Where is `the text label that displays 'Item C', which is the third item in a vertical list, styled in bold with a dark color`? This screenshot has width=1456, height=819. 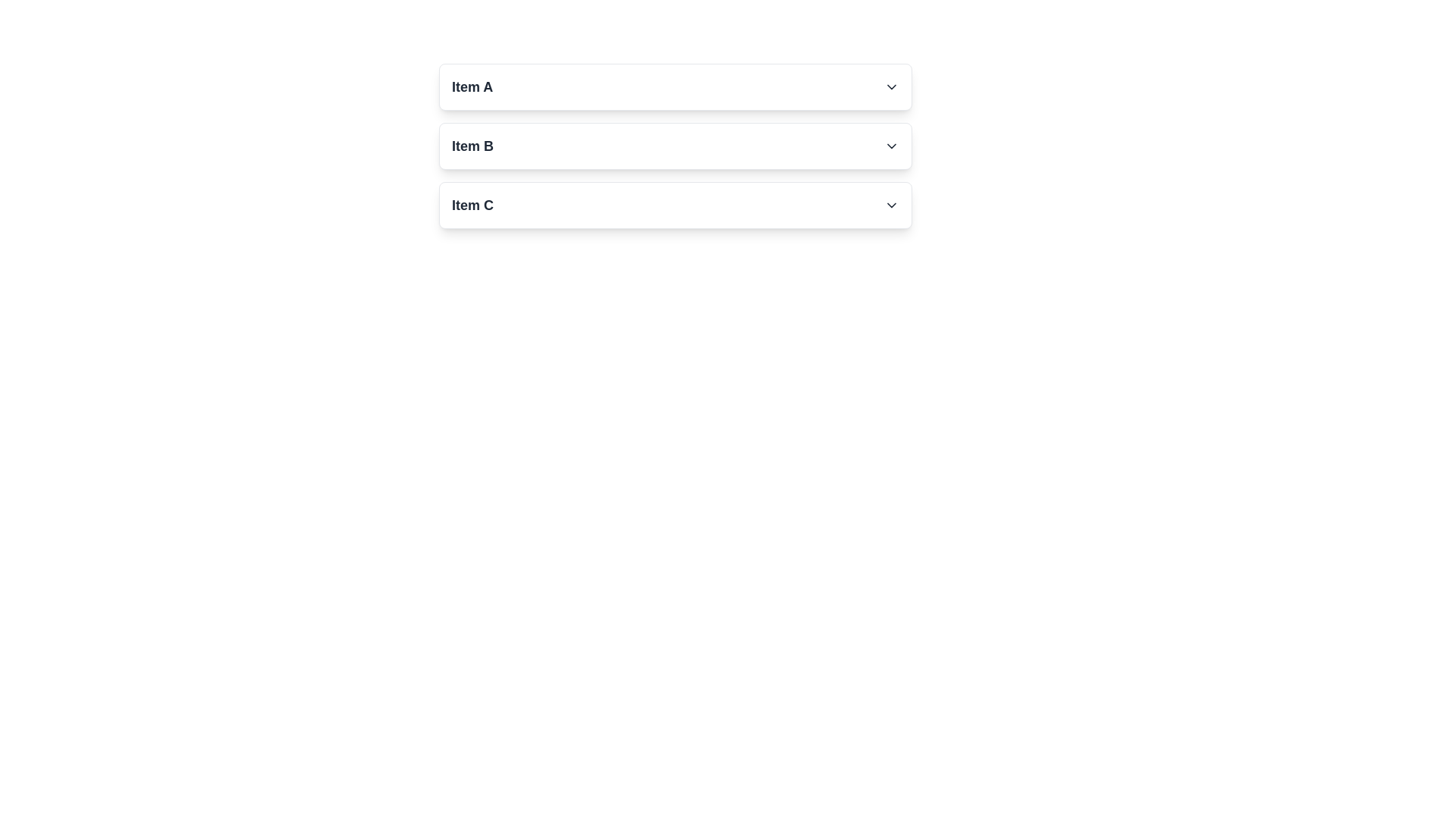
the text label that displays 'Item C', which is the third item in a vertical list, styled in bold with a dark color is located at coordinates (472, 205).